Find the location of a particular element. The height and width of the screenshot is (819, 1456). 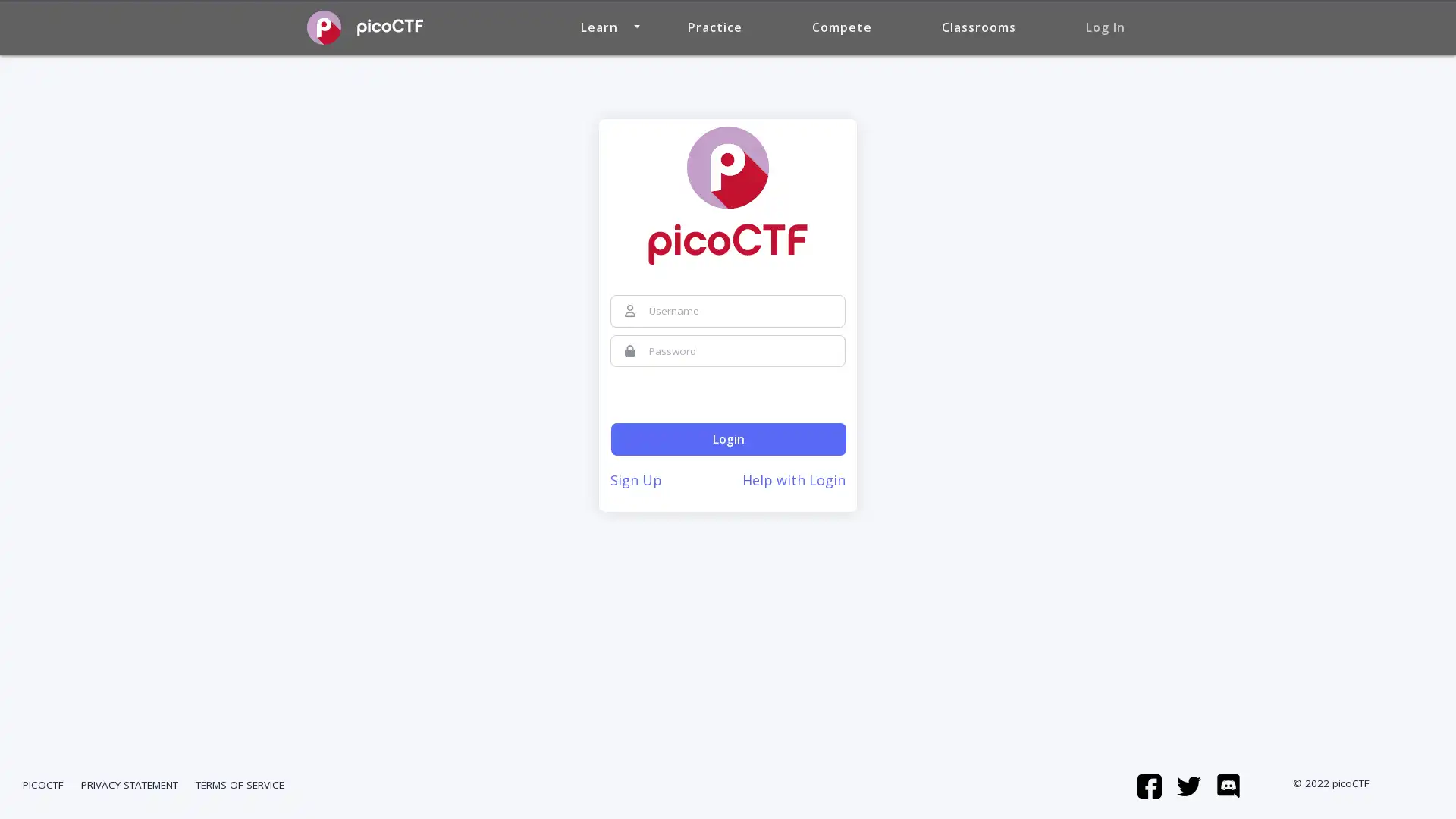

Login is located at coordinates (728, 439).